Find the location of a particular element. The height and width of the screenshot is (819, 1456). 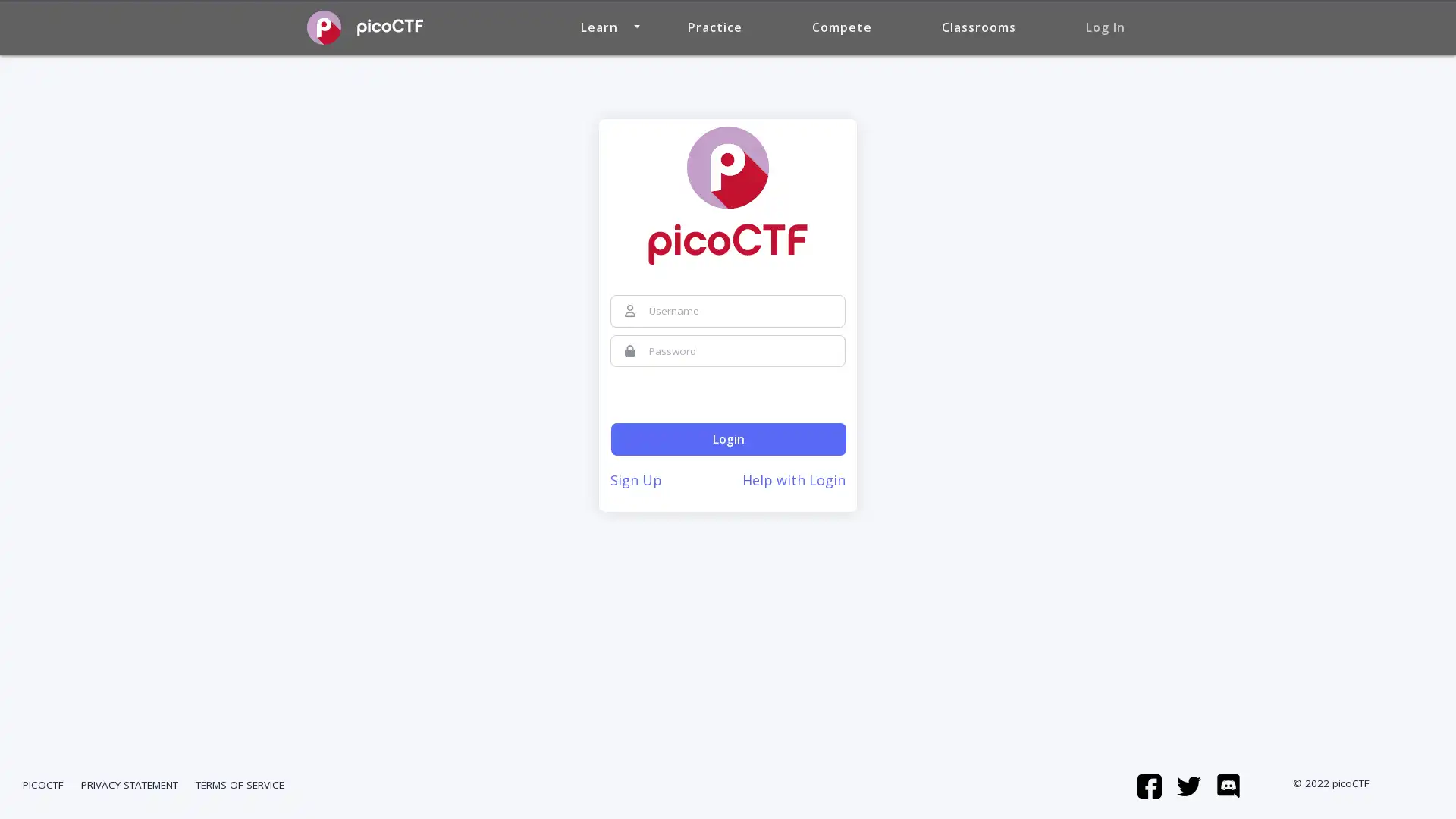

Login is located at coordinates (728, 439).